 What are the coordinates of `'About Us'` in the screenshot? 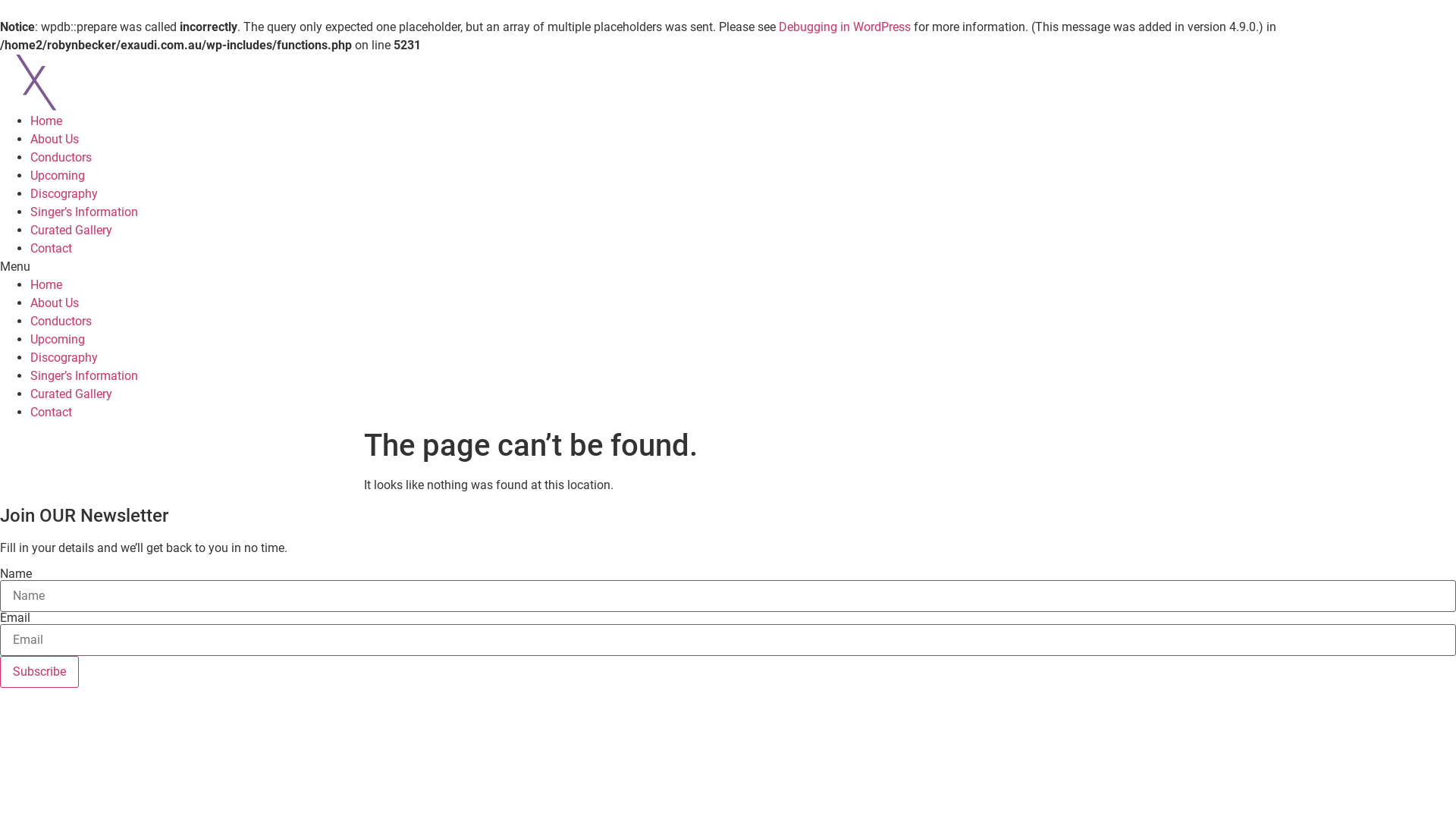 It's located at (55, 303).